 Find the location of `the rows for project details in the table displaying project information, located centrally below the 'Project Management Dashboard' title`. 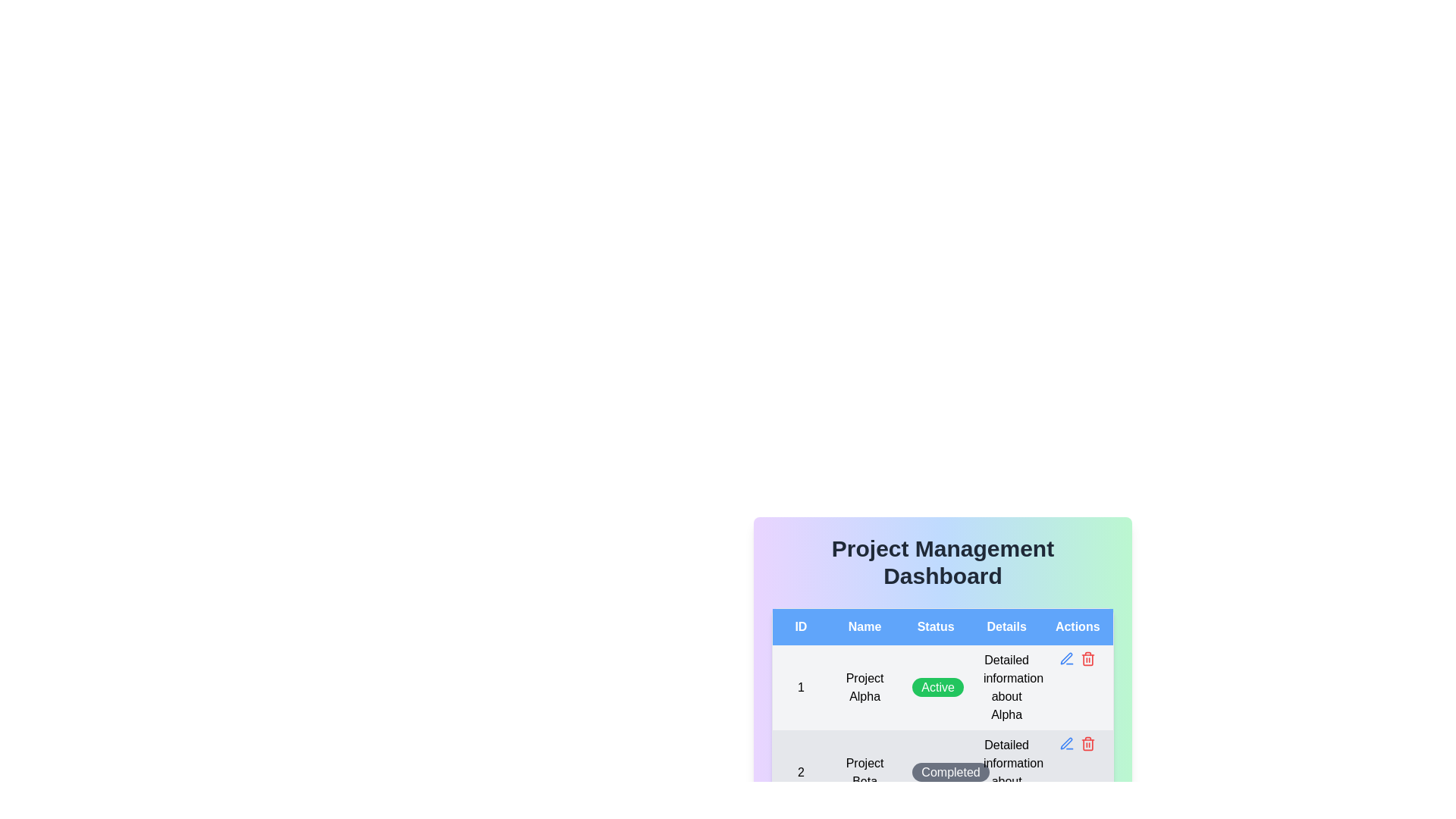

the rows for project details in the table displaying project information, located centrally below the 'Project Management Dashboard' title is located at coordinates (942, 711).